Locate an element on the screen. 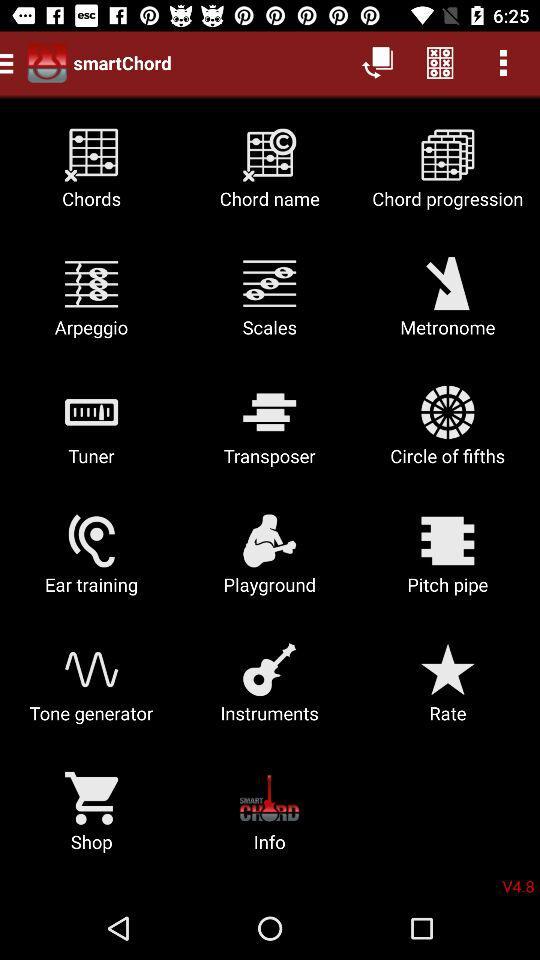 The width and height of the screenshot is (540, 960). the tuner is located at coordinates (90, 433).